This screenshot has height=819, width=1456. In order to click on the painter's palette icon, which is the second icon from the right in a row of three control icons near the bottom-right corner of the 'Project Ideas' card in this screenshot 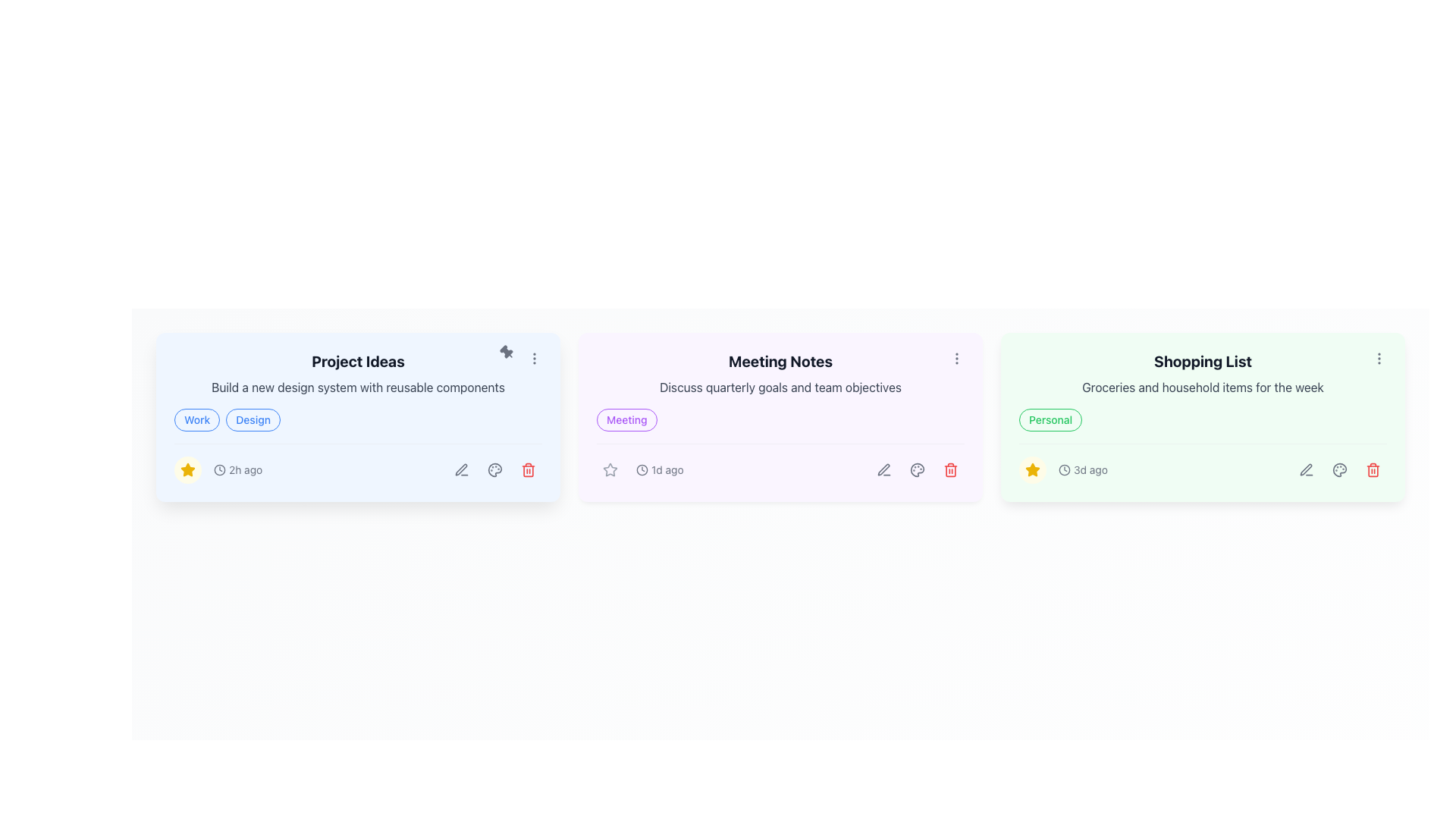, I will do `click(494, 469)`.